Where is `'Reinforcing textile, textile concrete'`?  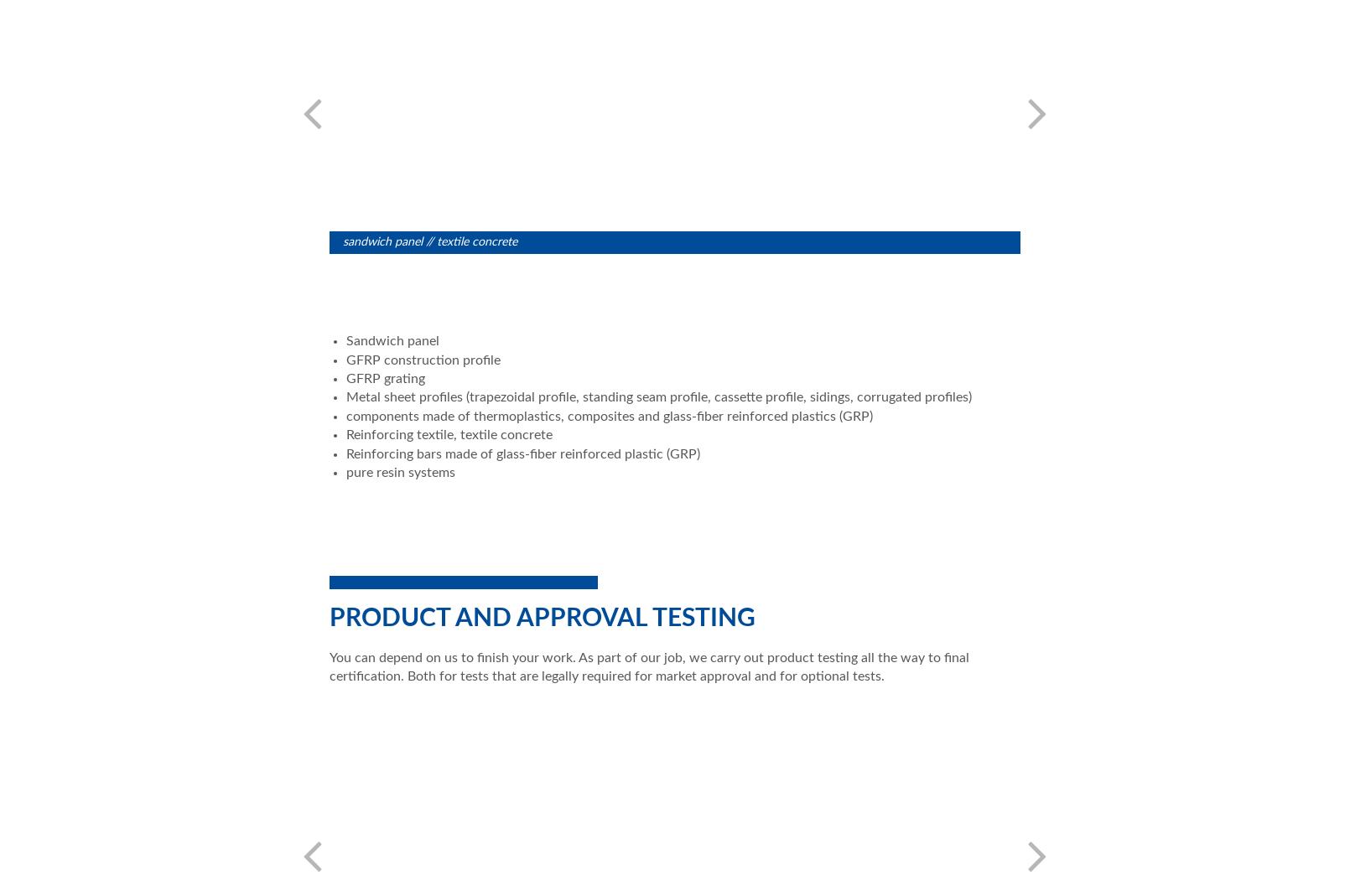
'Reinforcing textile, textile concrete' is located at coordinates (345, 433).